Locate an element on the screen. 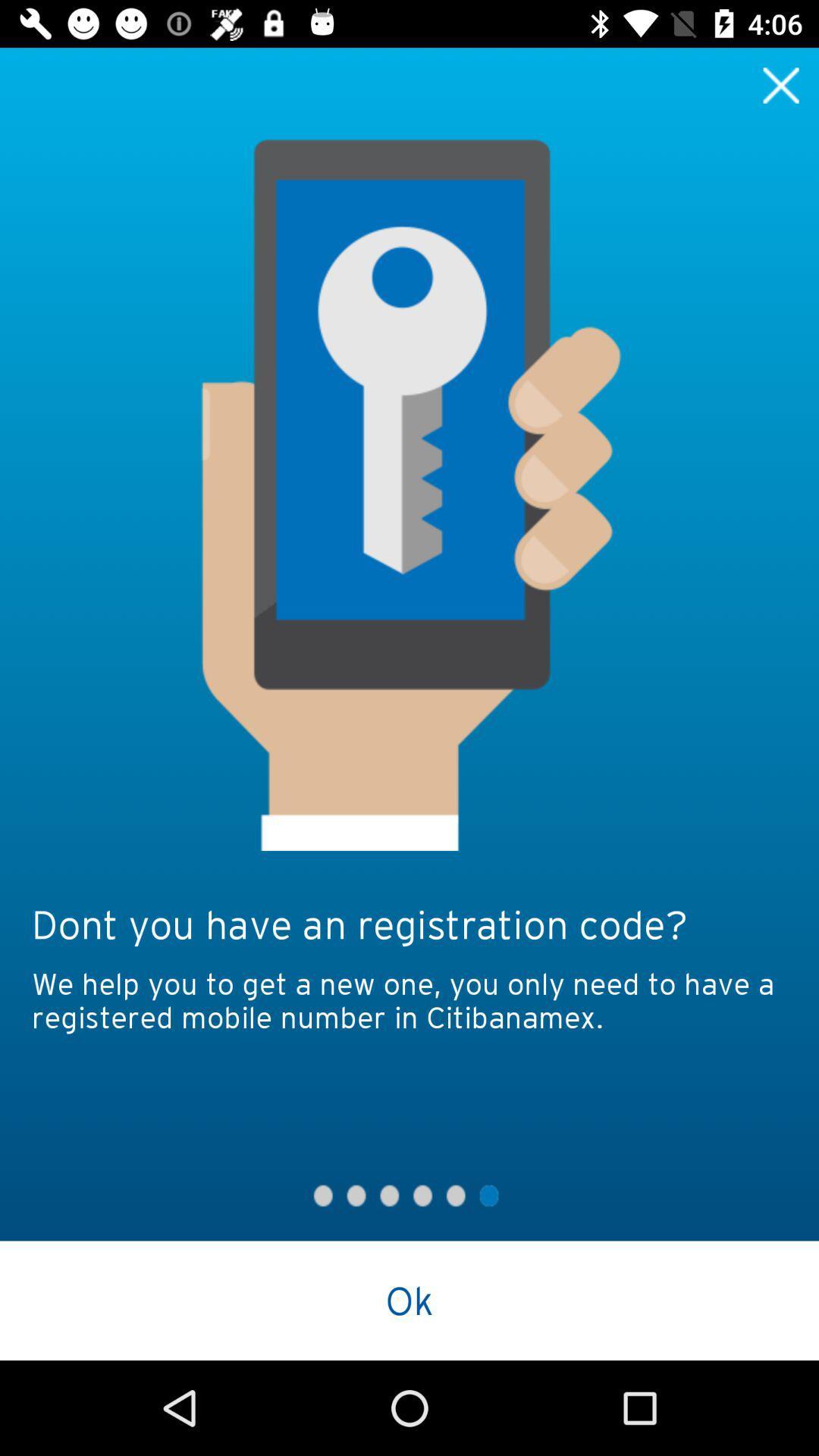 Image resolution: width=819 pixels, height=1456 pixels. to close is located at coordinates (781, 84).